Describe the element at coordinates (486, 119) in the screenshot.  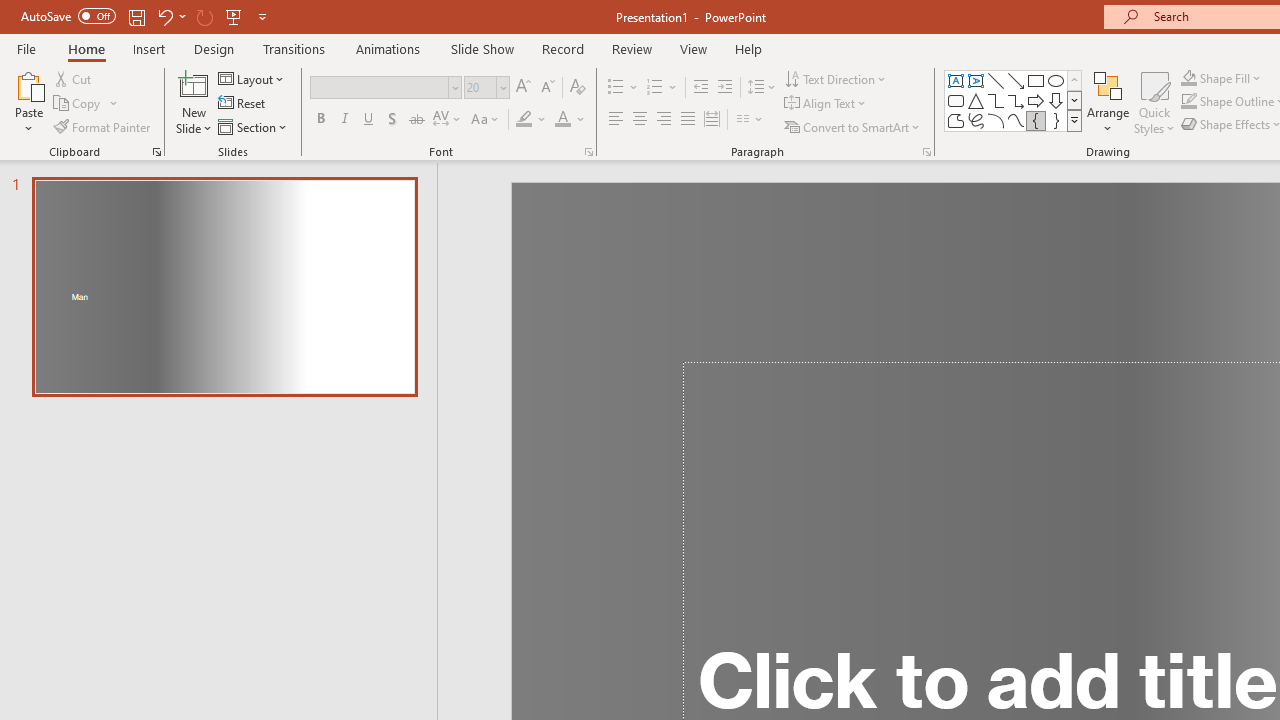
I see `'Change Case'` at that location.